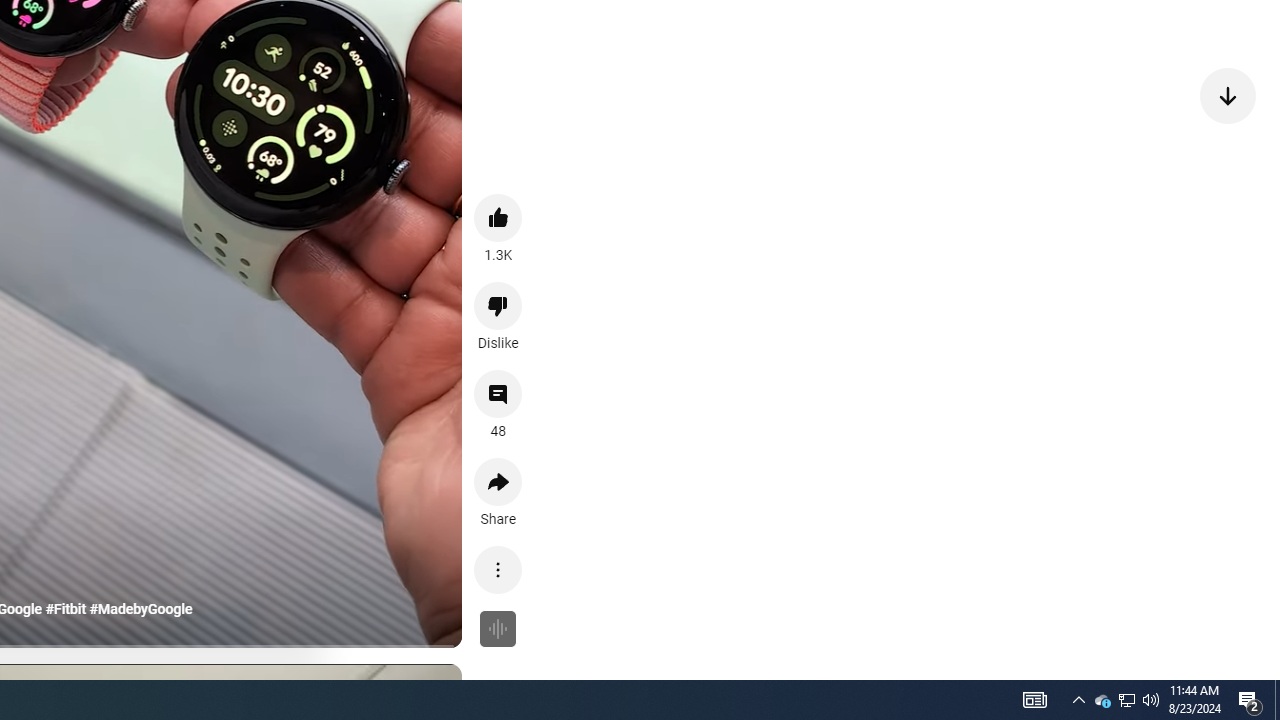 Image resolution: width=1280 pixels, height=720 pixels. What do you see at coordinates (498, 482) in the screenshot?
I see `'Share'` at bounding box center [498, 482].